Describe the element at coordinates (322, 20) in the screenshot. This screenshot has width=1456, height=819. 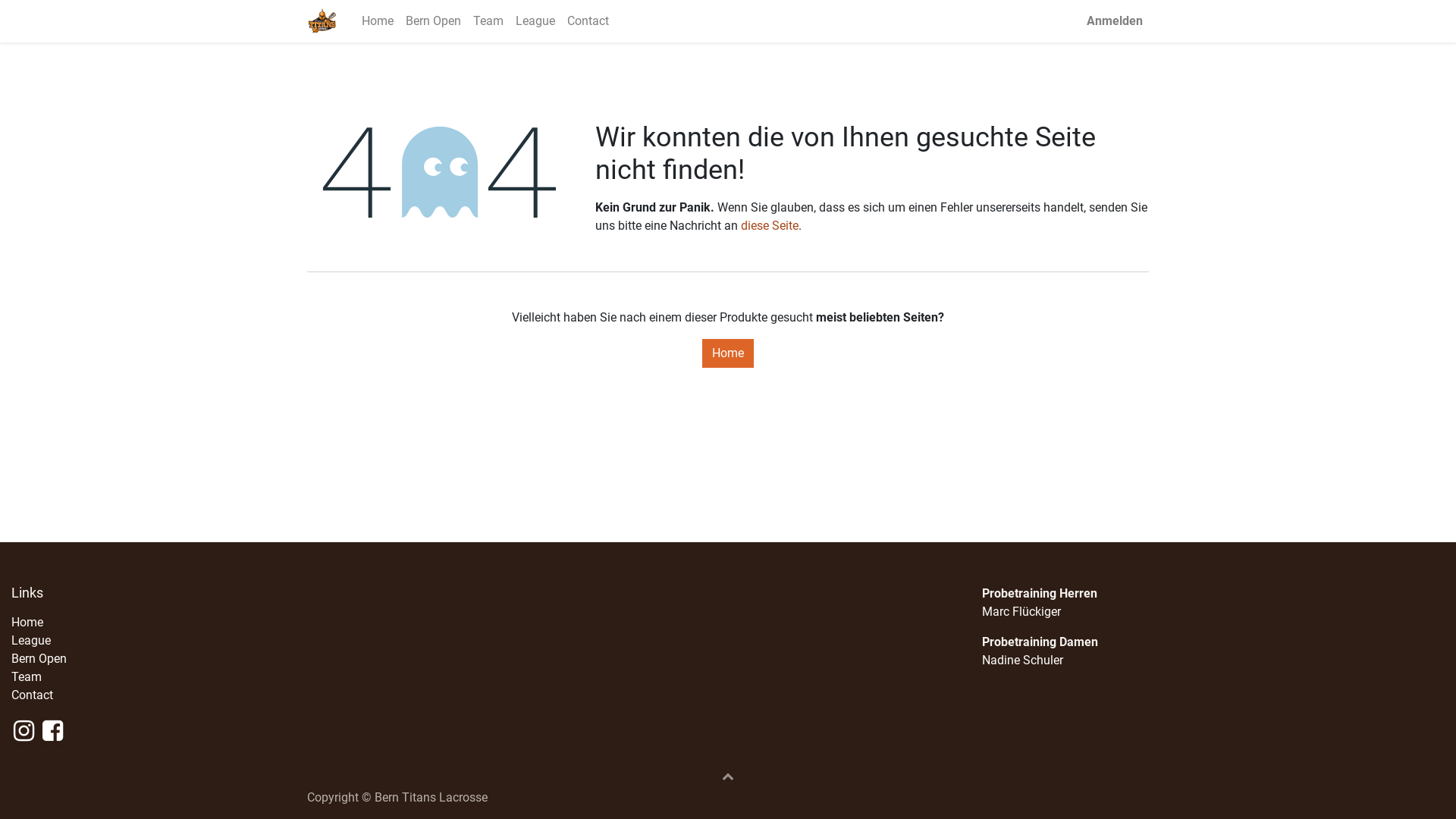
I see `'Bern Lacrosse'` at that location.